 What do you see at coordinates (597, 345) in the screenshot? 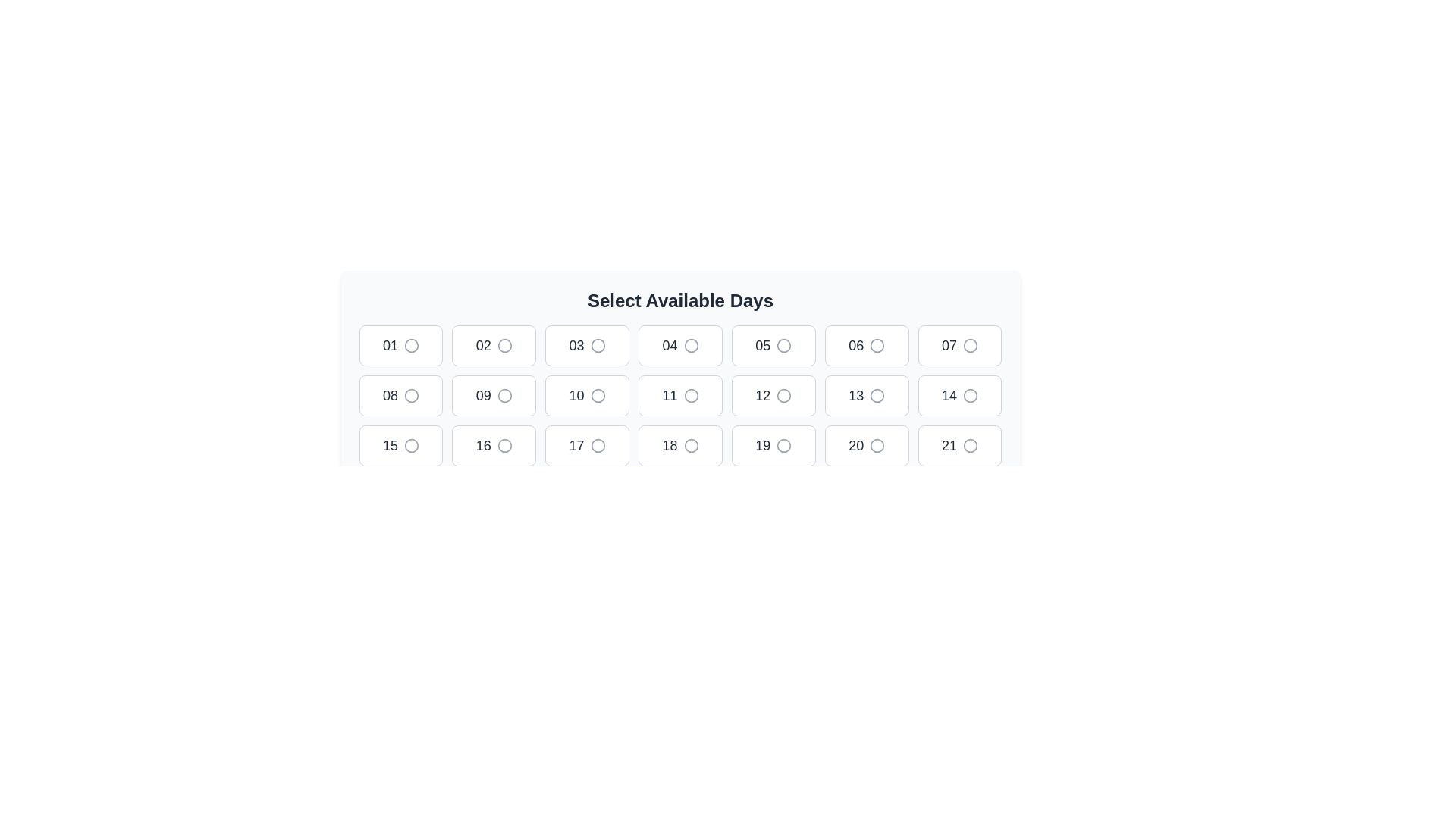
I see `the third circular selection indicator (radio button) in the grid layout` at bounding box center [597, 345].